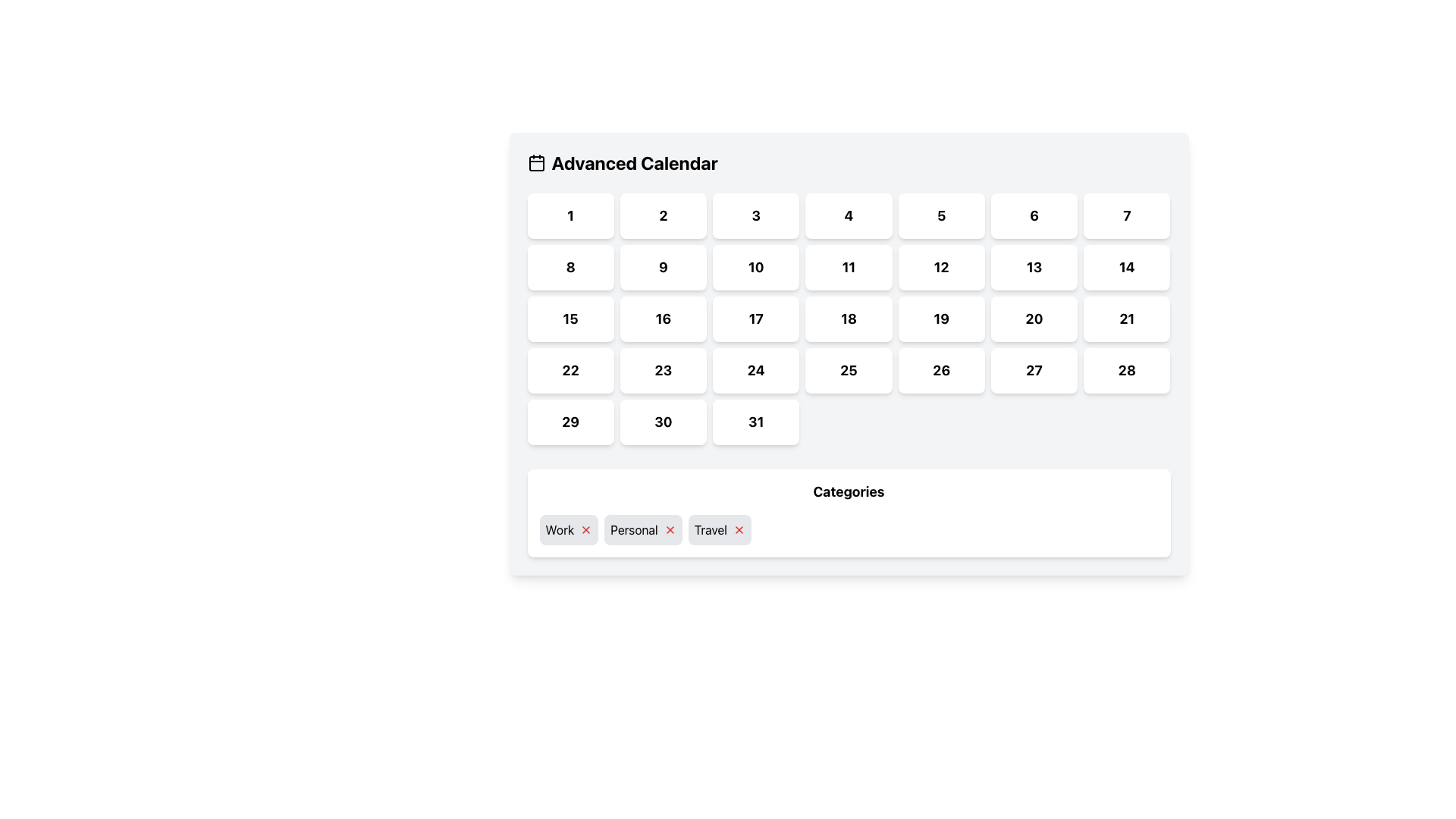 The width and height of the screenshot is (1456, 819). I want to click on the date option '19' within the calendar interface, so click(940, 318).